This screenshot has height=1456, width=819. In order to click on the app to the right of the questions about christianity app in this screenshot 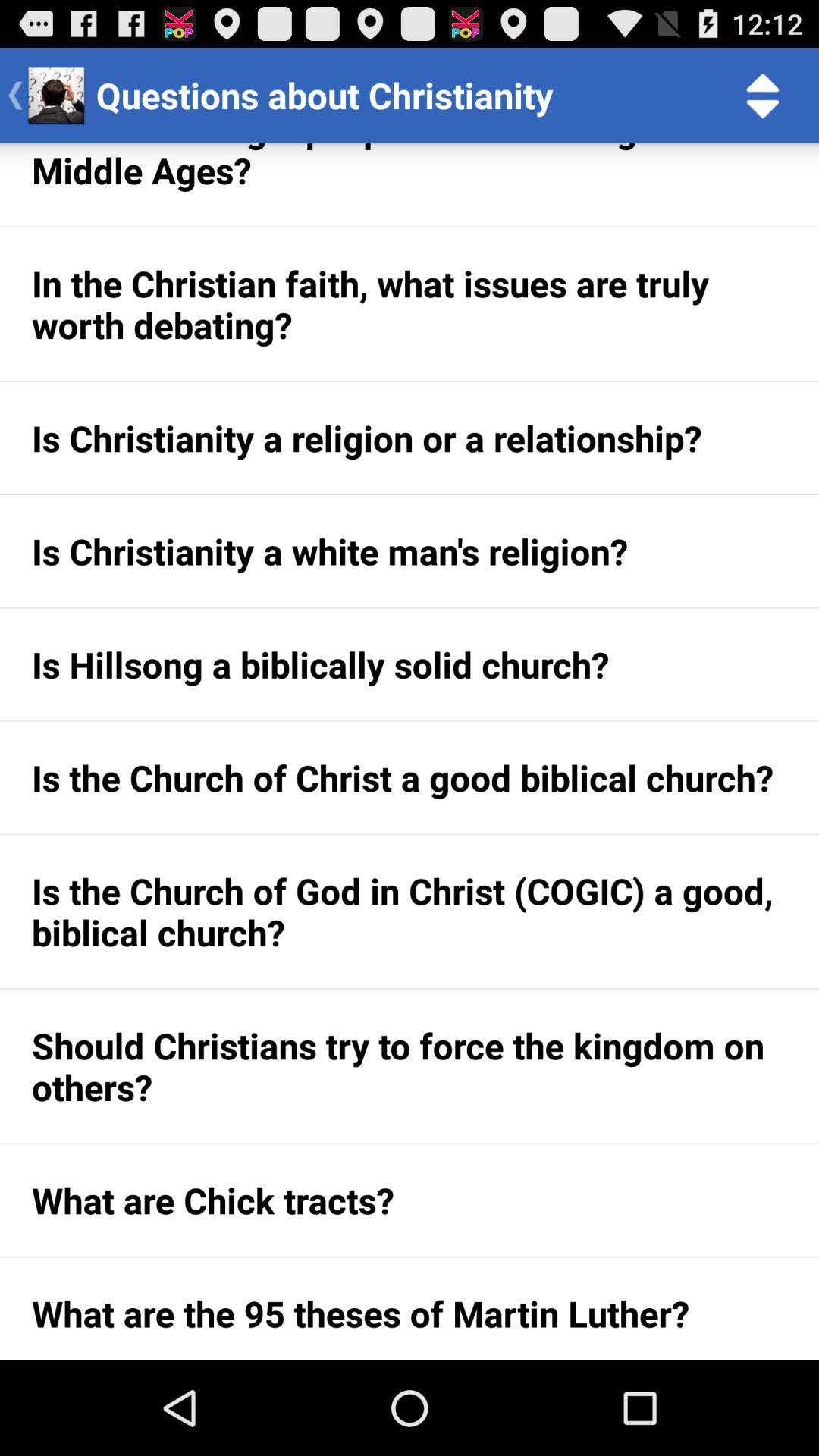, I will do `click(763, 94)`.